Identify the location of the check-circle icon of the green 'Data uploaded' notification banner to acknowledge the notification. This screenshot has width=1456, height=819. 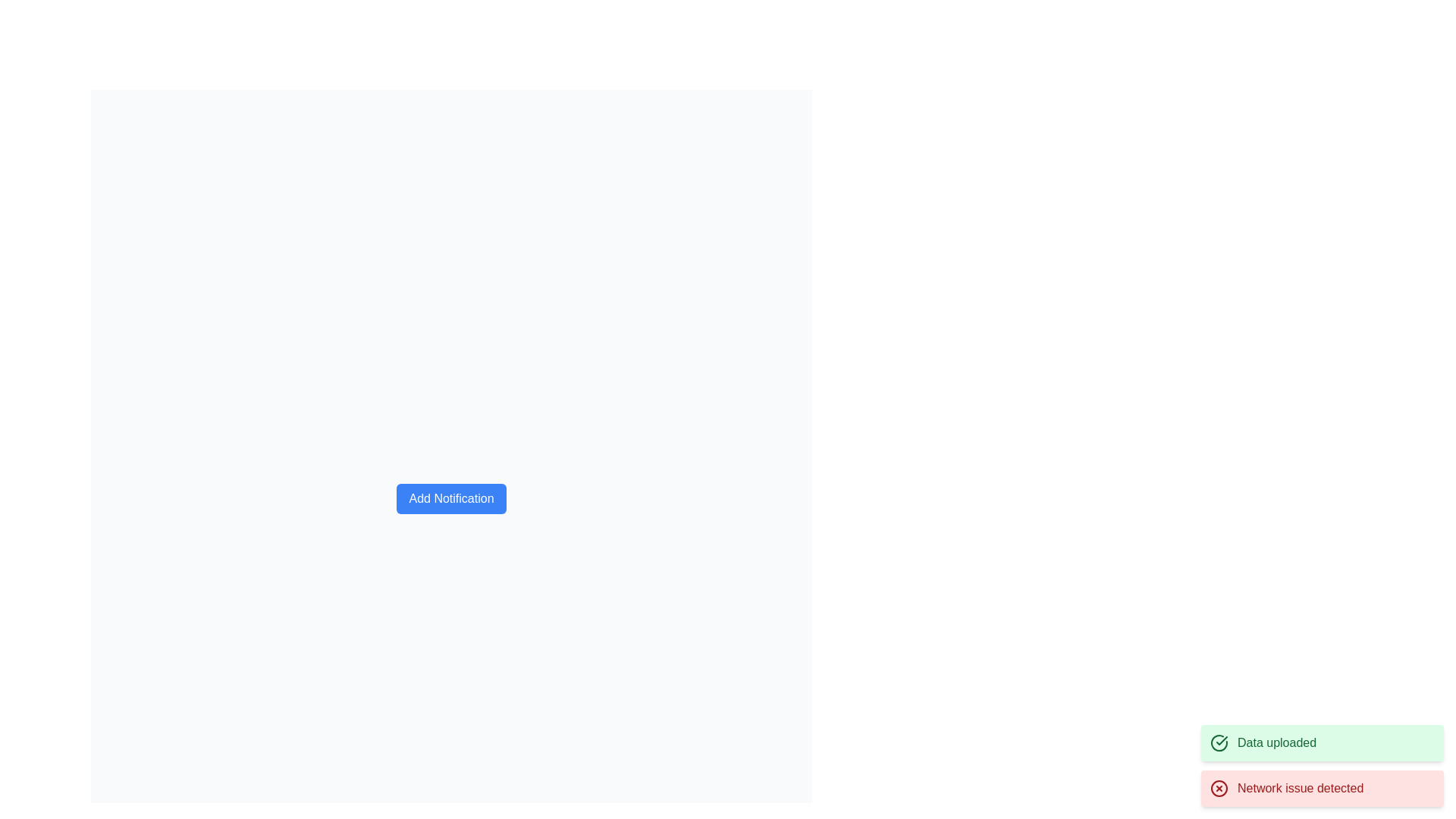
(1321, 766).